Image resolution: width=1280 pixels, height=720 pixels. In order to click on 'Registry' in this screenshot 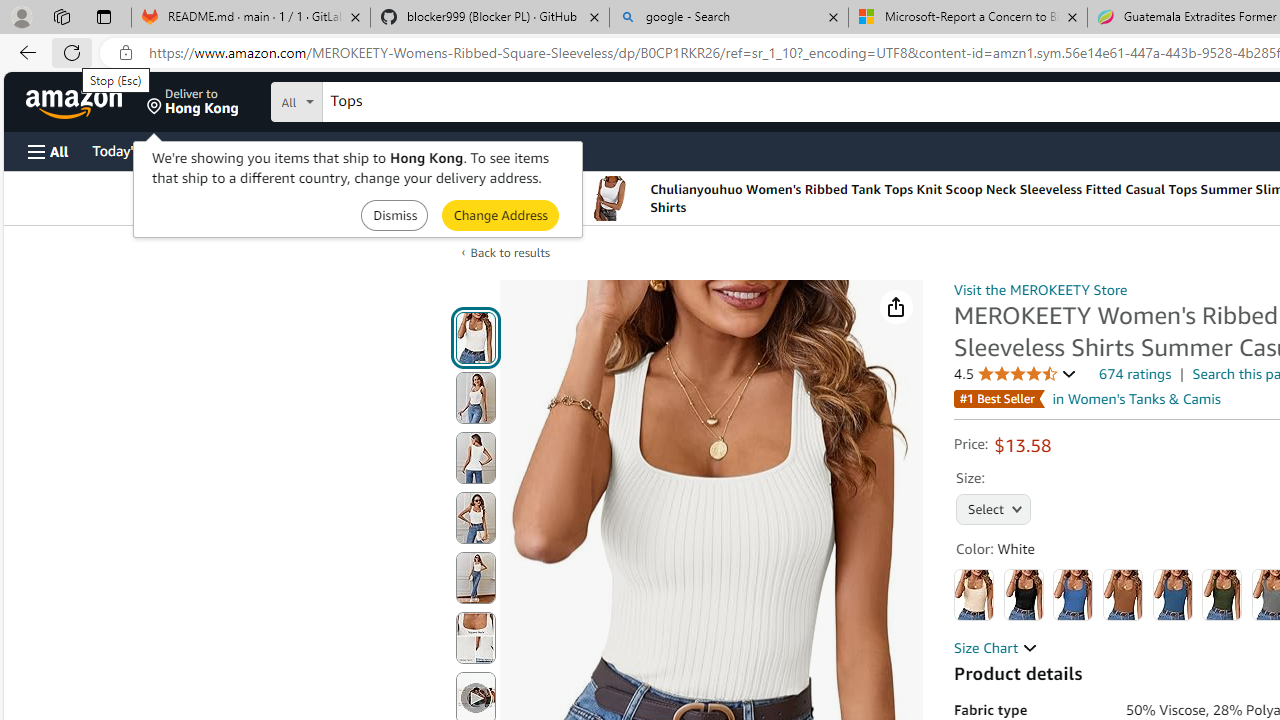, I will do `click(360, 149)`.